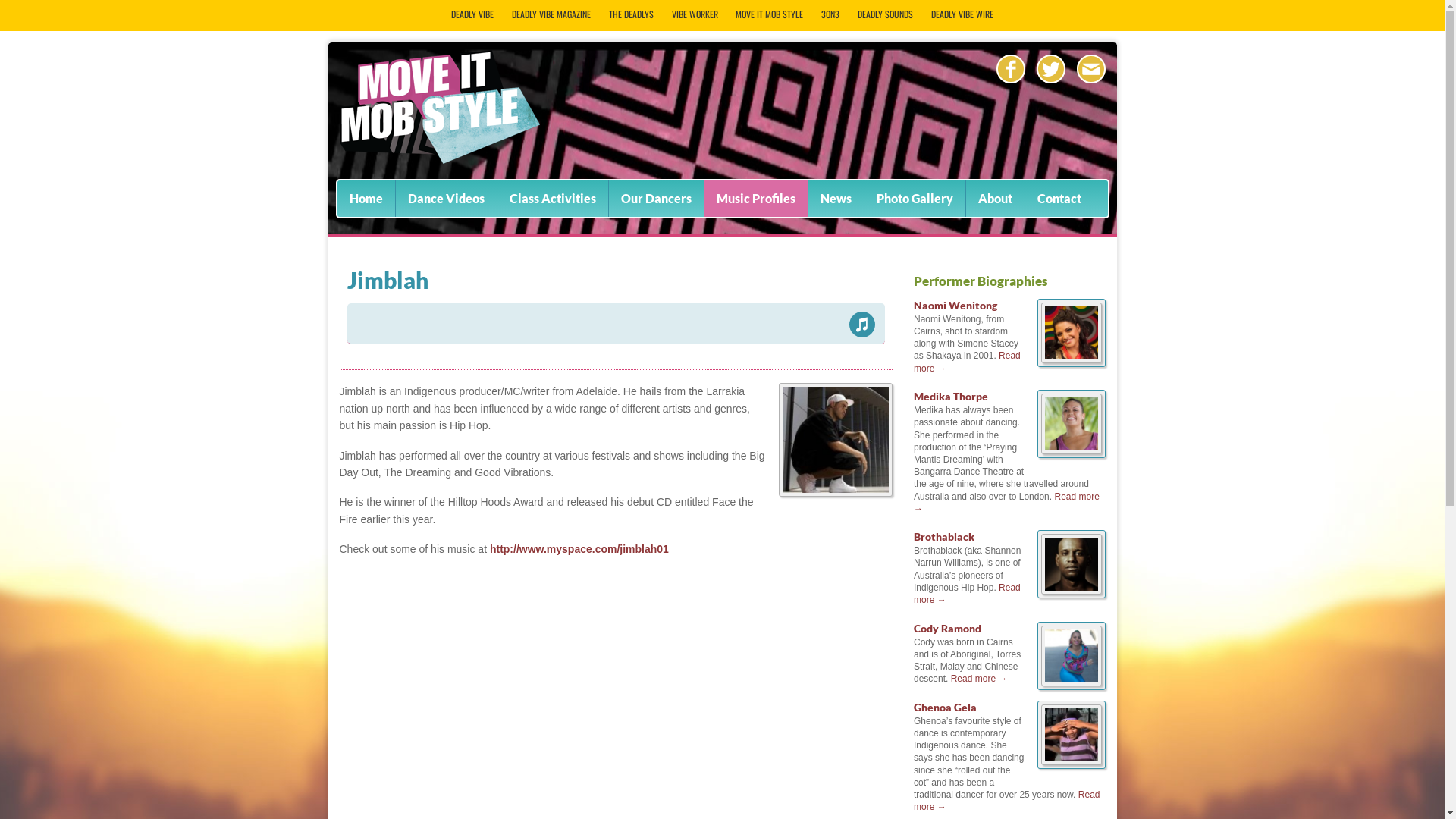 The image size is (1456, 819). What do you see at coordinates (835, 198) in the screenshot?
I see `'News'` at bounding box center [835, 198].